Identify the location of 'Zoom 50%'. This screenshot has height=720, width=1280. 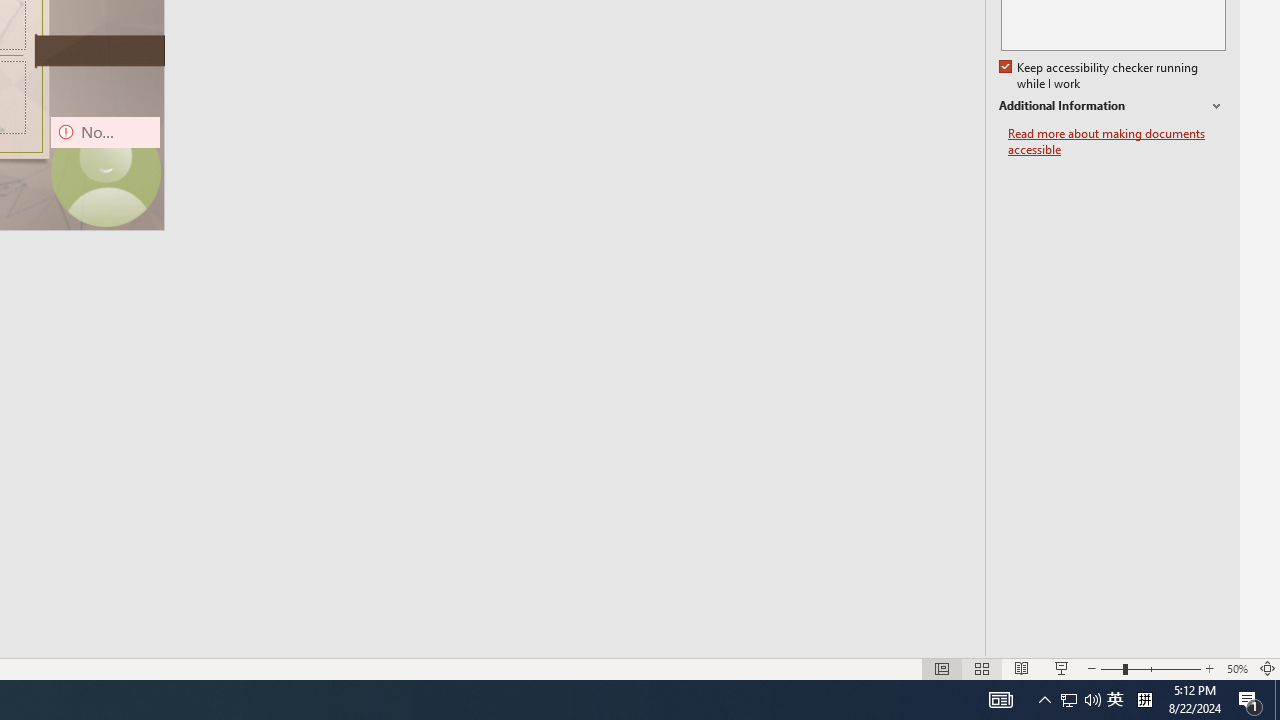
(1236, 669).